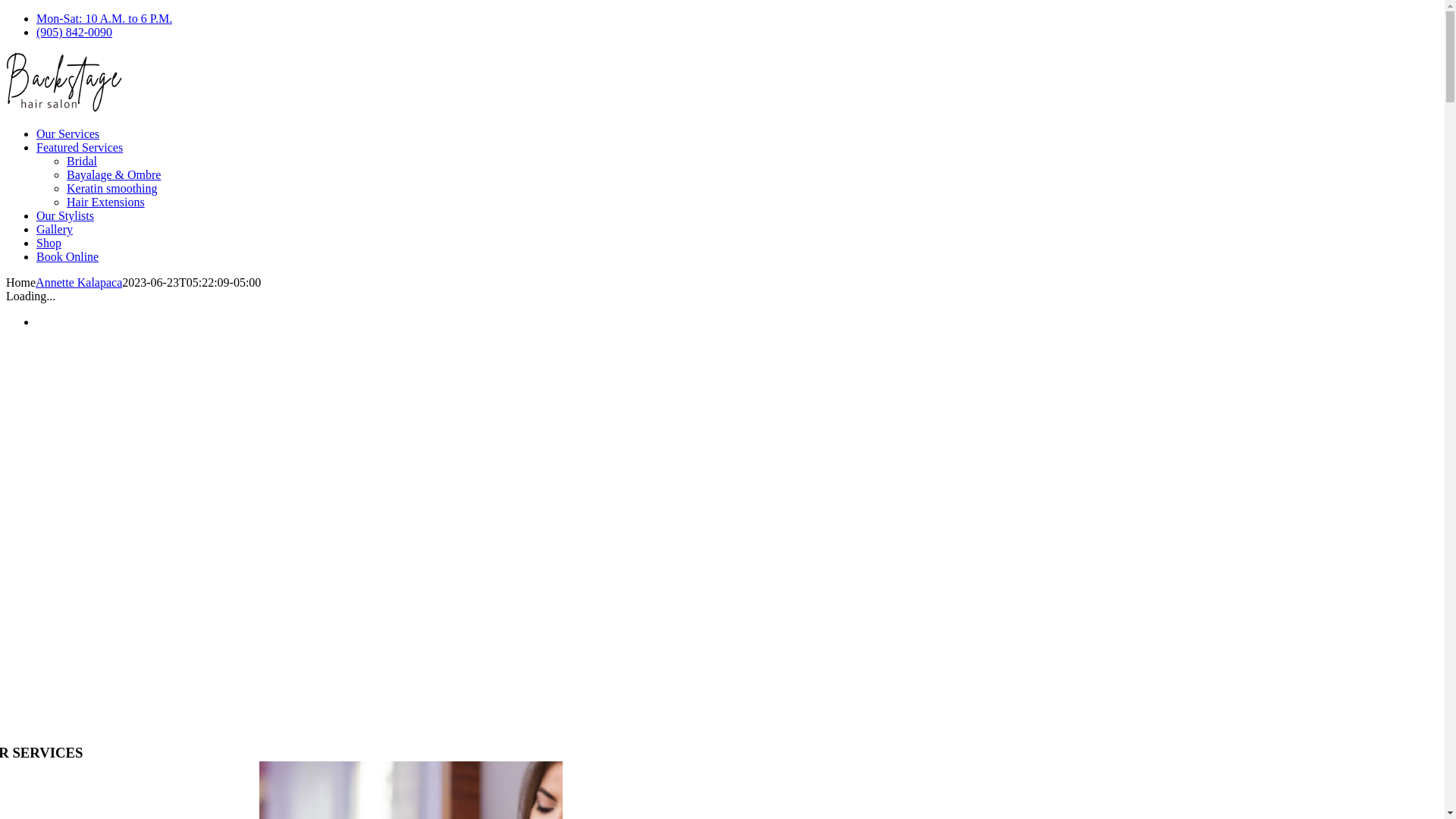 The image size is (1456, 819). What do you see at coordinates (67, 256) in the screenshot?
I see `'Book Online'` at bounding box center [67, 256].